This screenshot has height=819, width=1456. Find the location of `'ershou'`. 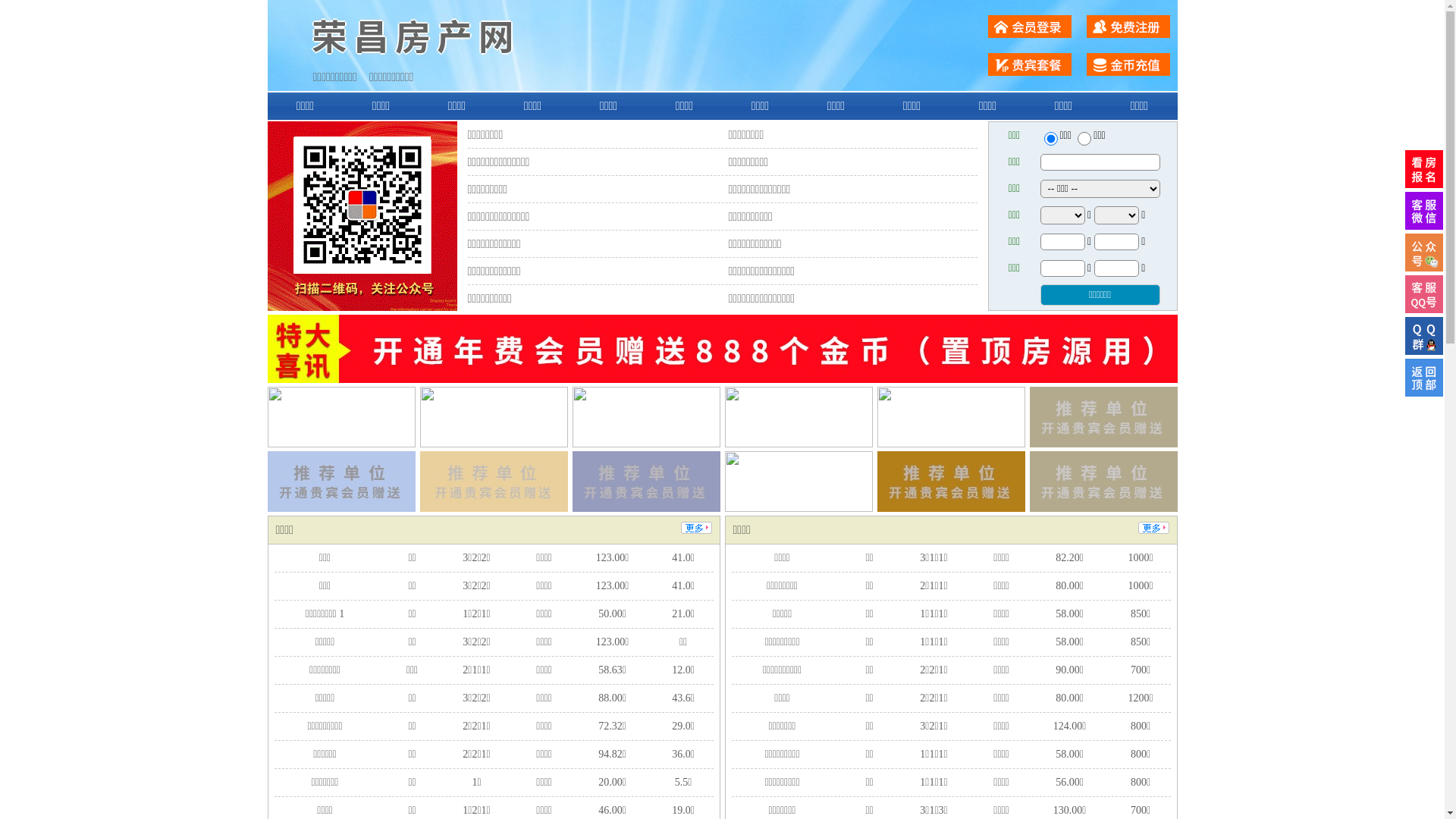

'ershou' is located at coordinates (1050, 138).